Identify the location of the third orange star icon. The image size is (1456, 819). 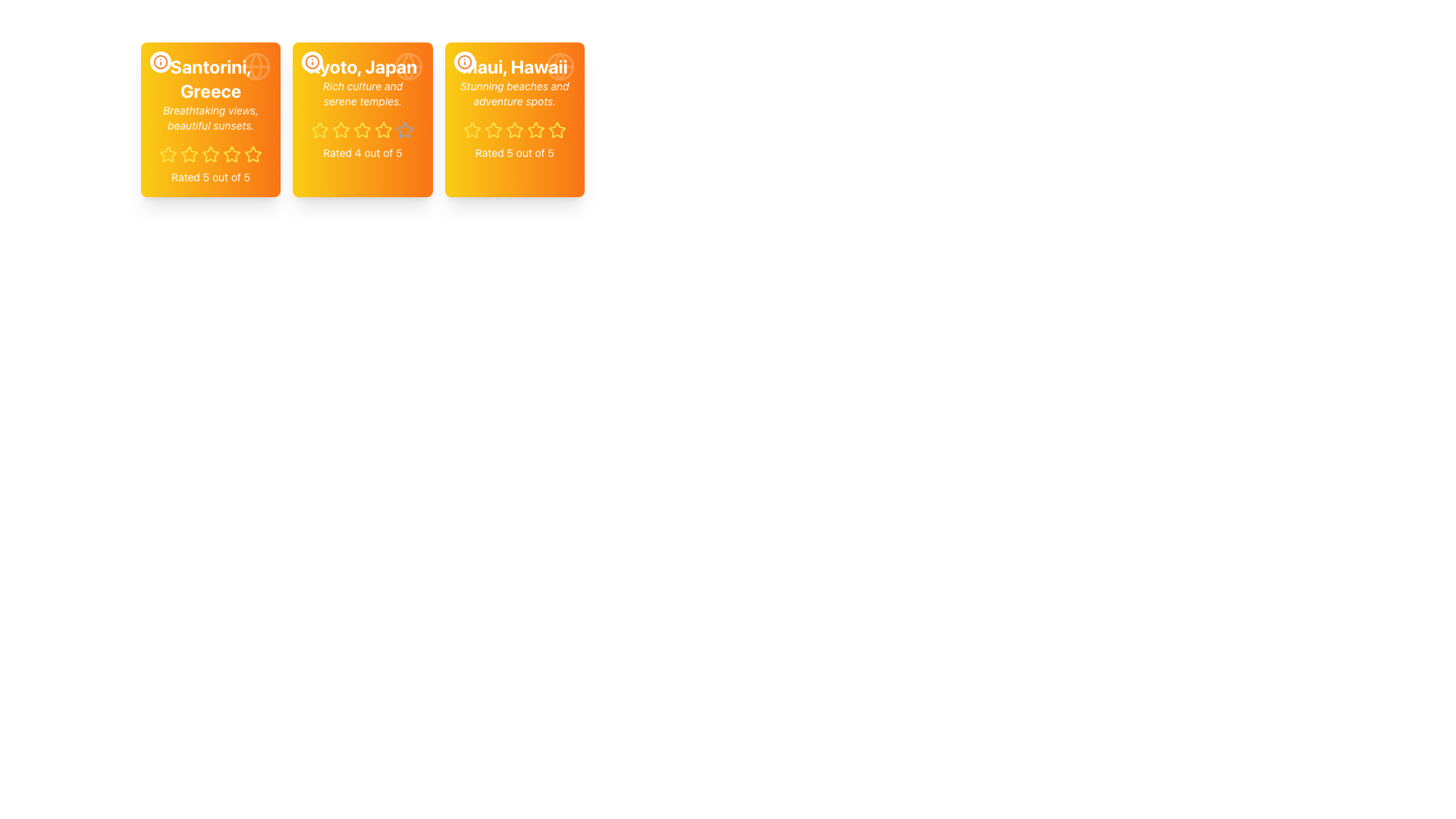
(535, 129).